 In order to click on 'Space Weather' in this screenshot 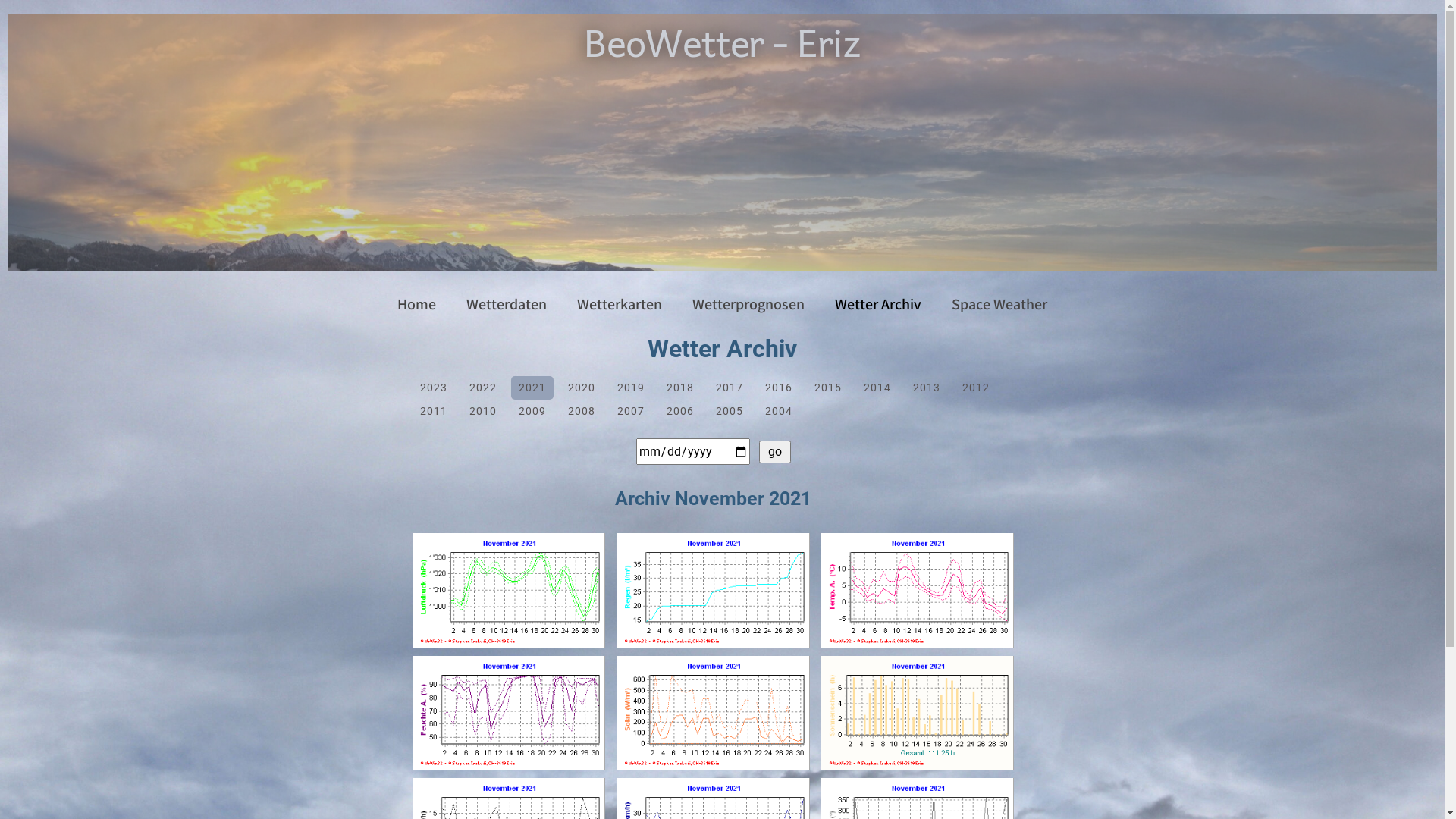, I will do `click(999, 304)`.